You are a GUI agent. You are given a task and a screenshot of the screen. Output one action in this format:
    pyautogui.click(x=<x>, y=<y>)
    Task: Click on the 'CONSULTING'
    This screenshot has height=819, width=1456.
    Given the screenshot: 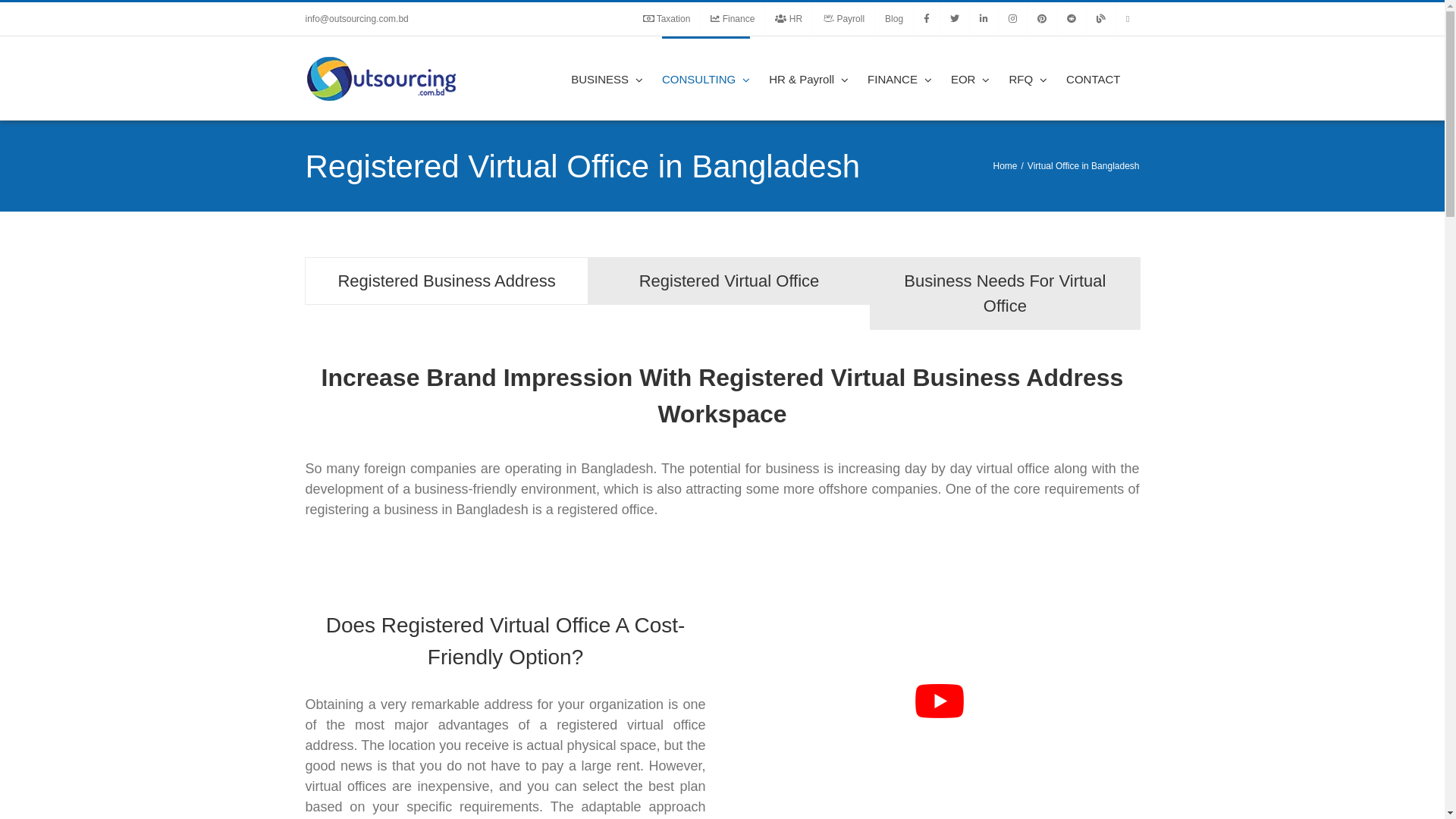 What is the action you would take?
    pyautogui.click(x=705, y=78)
    